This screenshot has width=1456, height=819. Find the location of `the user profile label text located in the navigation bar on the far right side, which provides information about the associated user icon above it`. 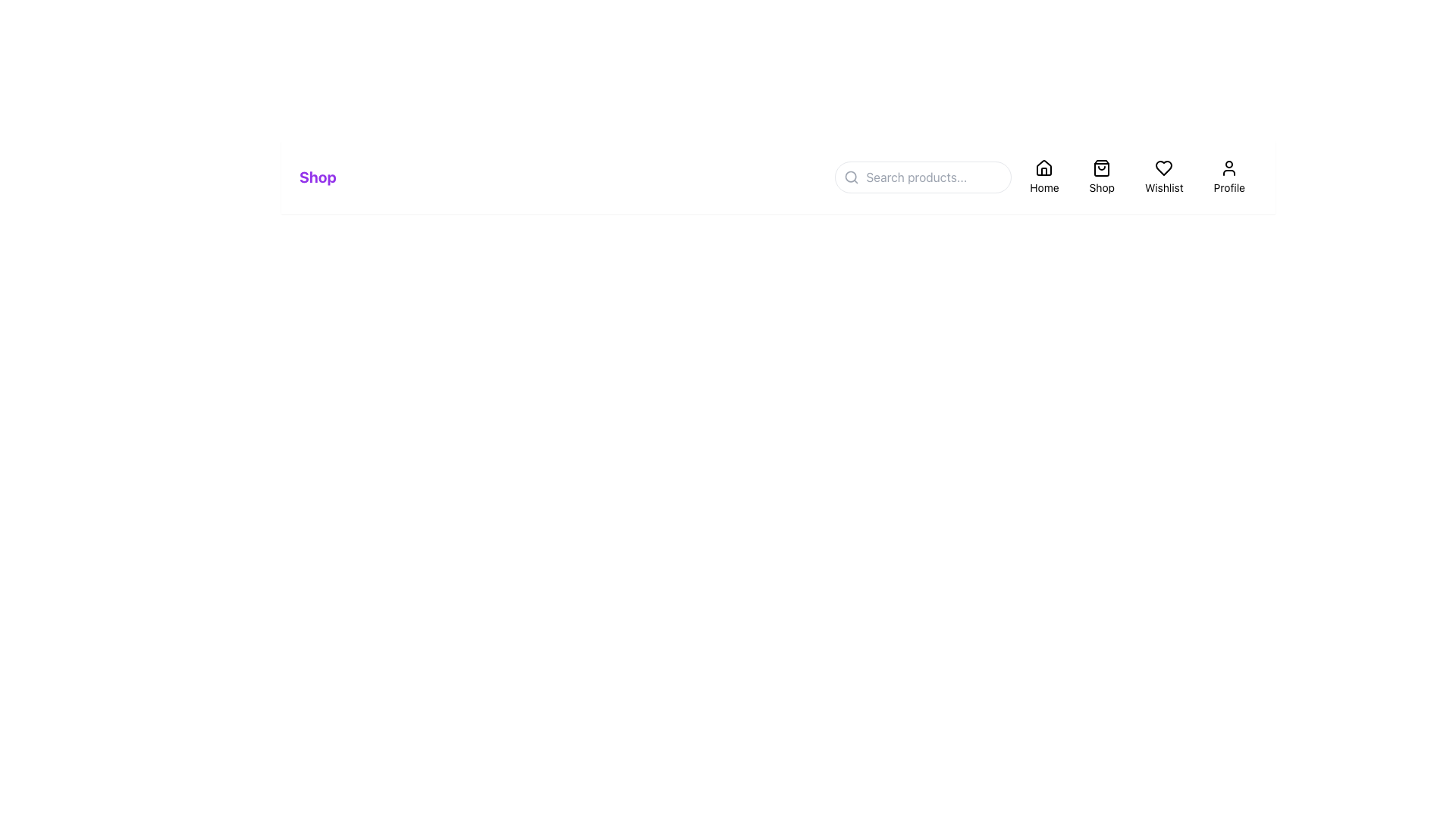

the user profile label text located in the navigation bar on the far right side, which provides information about the associated user icon above it is located at coordinates (1229, 187).